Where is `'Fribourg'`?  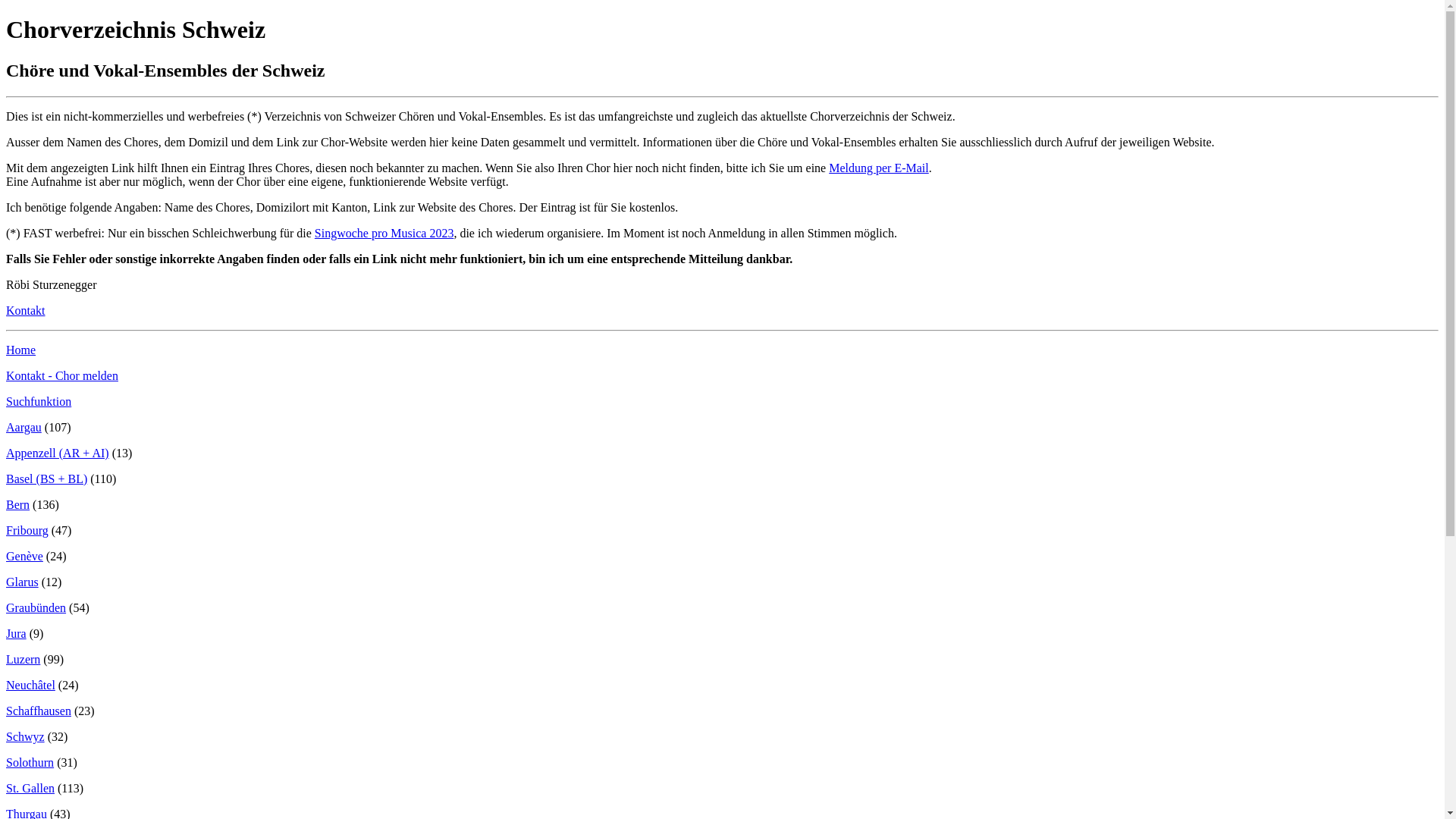 'Fribourg' is located at coordinates (27, 529).